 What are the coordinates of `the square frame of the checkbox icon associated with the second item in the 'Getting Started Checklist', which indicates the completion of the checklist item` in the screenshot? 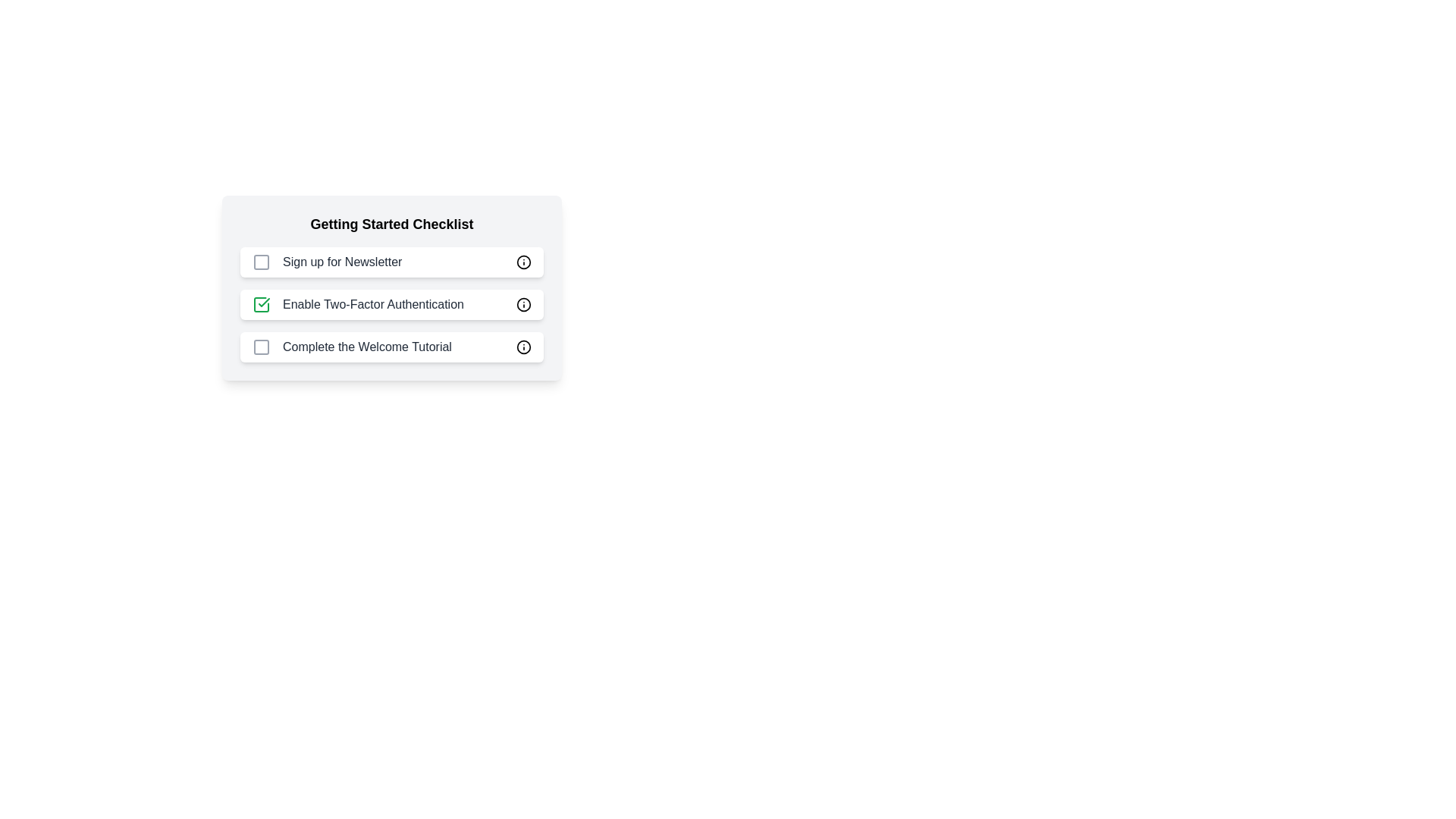 It's located at (262, 304).